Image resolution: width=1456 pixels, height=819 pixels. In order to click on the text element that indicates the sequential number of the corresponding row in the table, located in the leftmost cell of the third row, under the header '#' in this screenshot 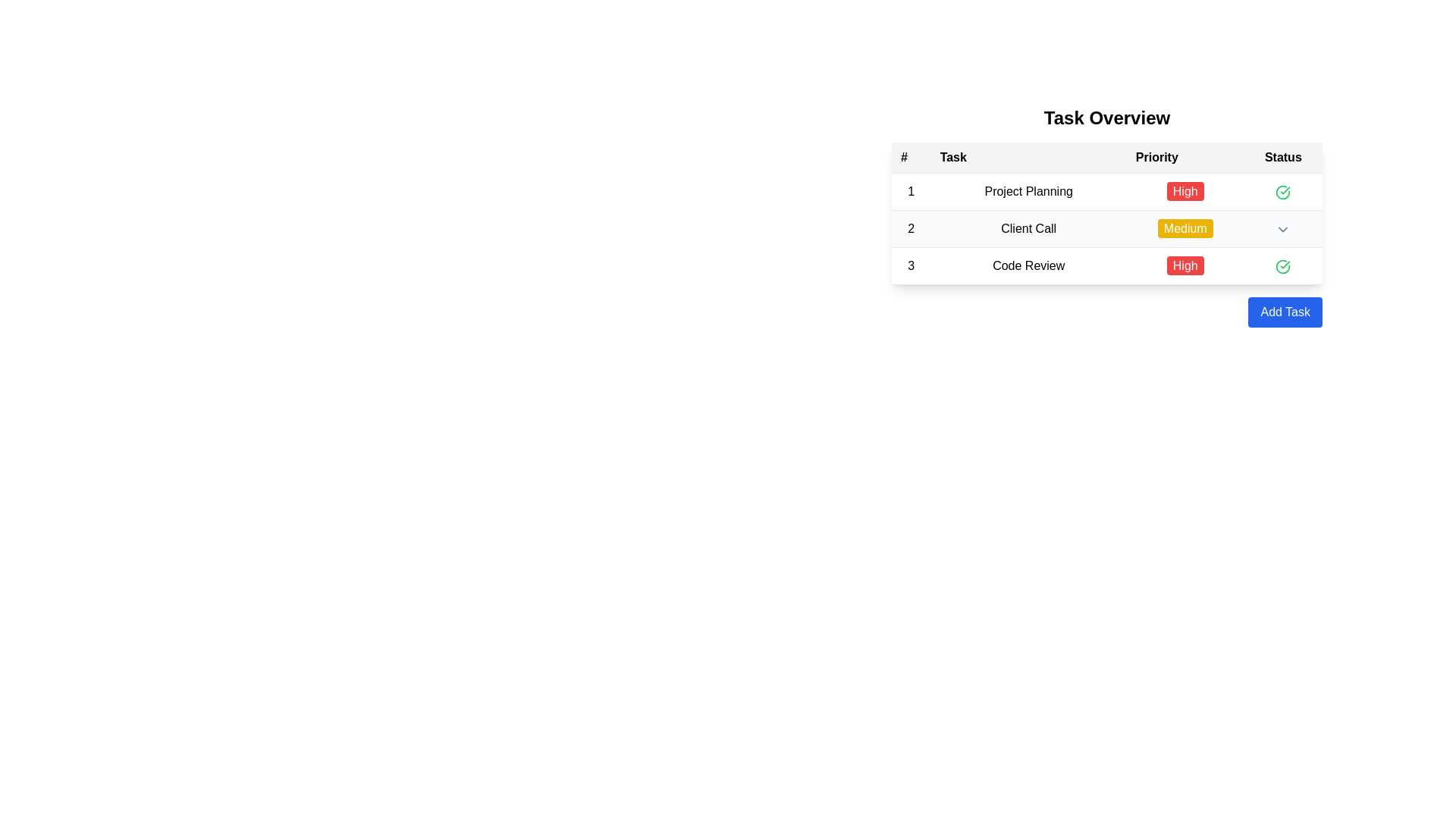, I will do `click(910, 265)`.